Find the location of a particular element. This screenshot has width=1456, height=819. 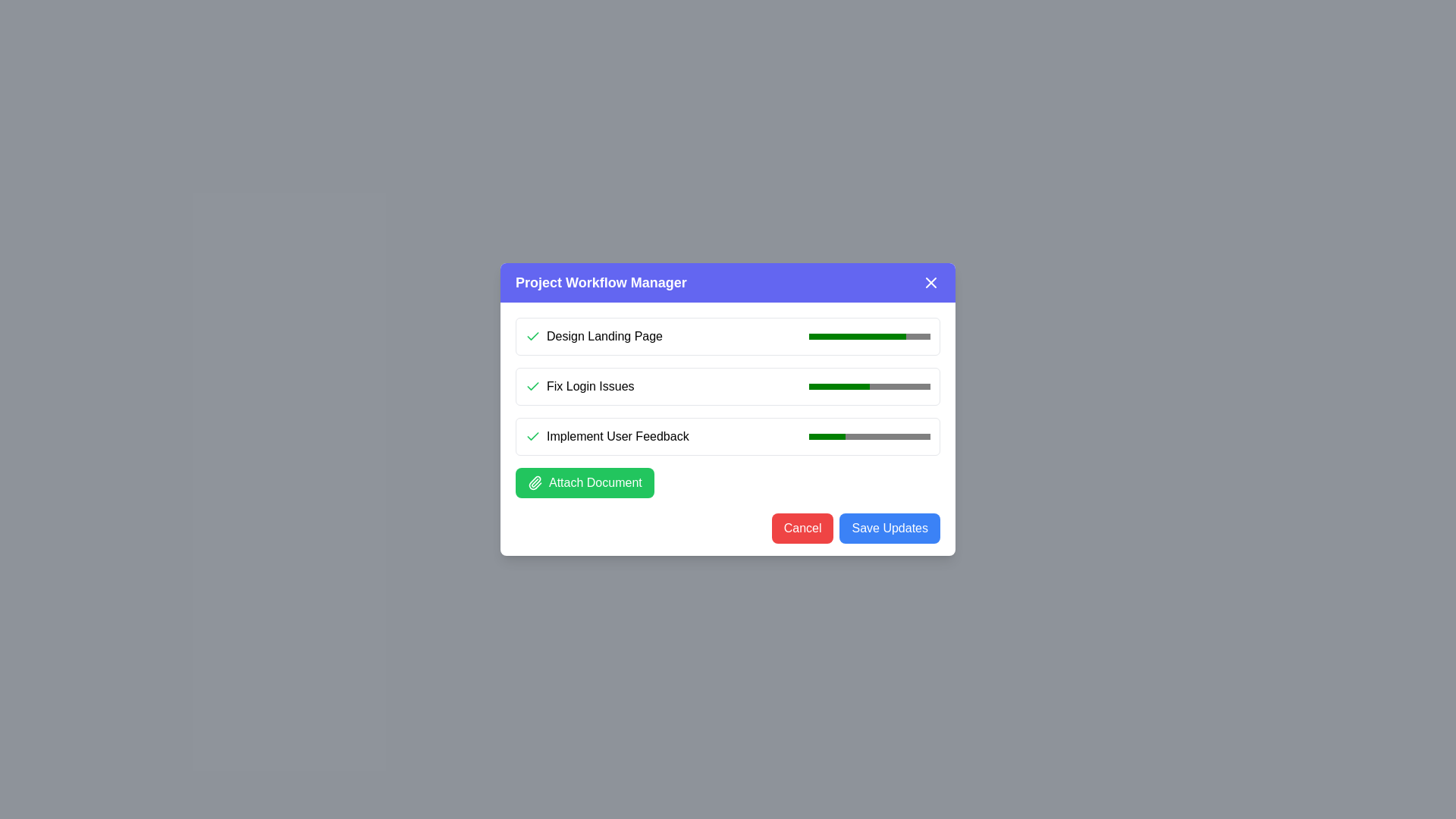

the individual task labeled 'Design Landing Page' within the task list in the Project Workflow Manager modal is located at coordinates (728, 406).